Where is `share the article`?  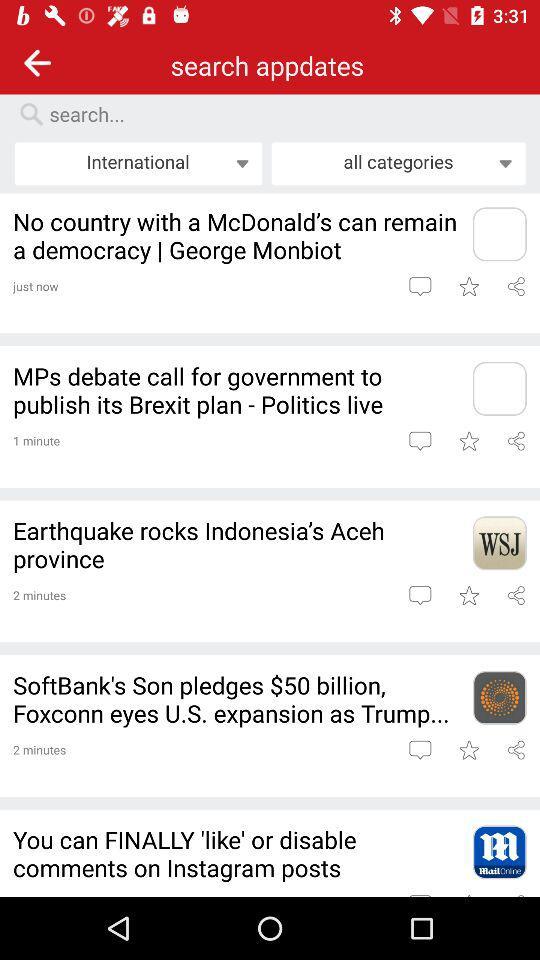
share the article is located at coordinates (516, 748).